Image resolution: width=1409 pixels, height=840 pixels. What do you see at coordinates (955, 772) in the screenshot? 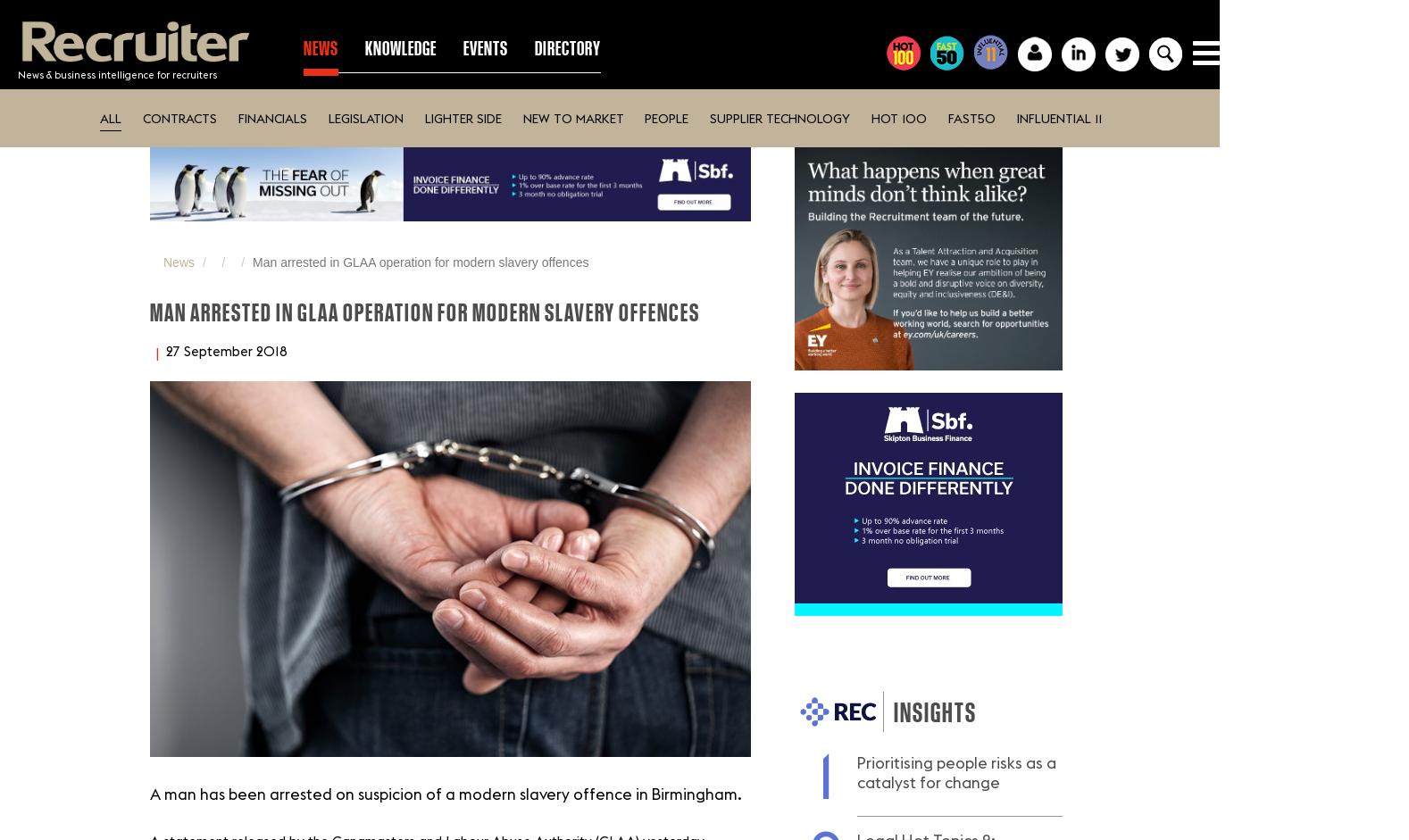
I see `'Prioritising people risks as a catalyst for change'` at bounding box center [955, 772].